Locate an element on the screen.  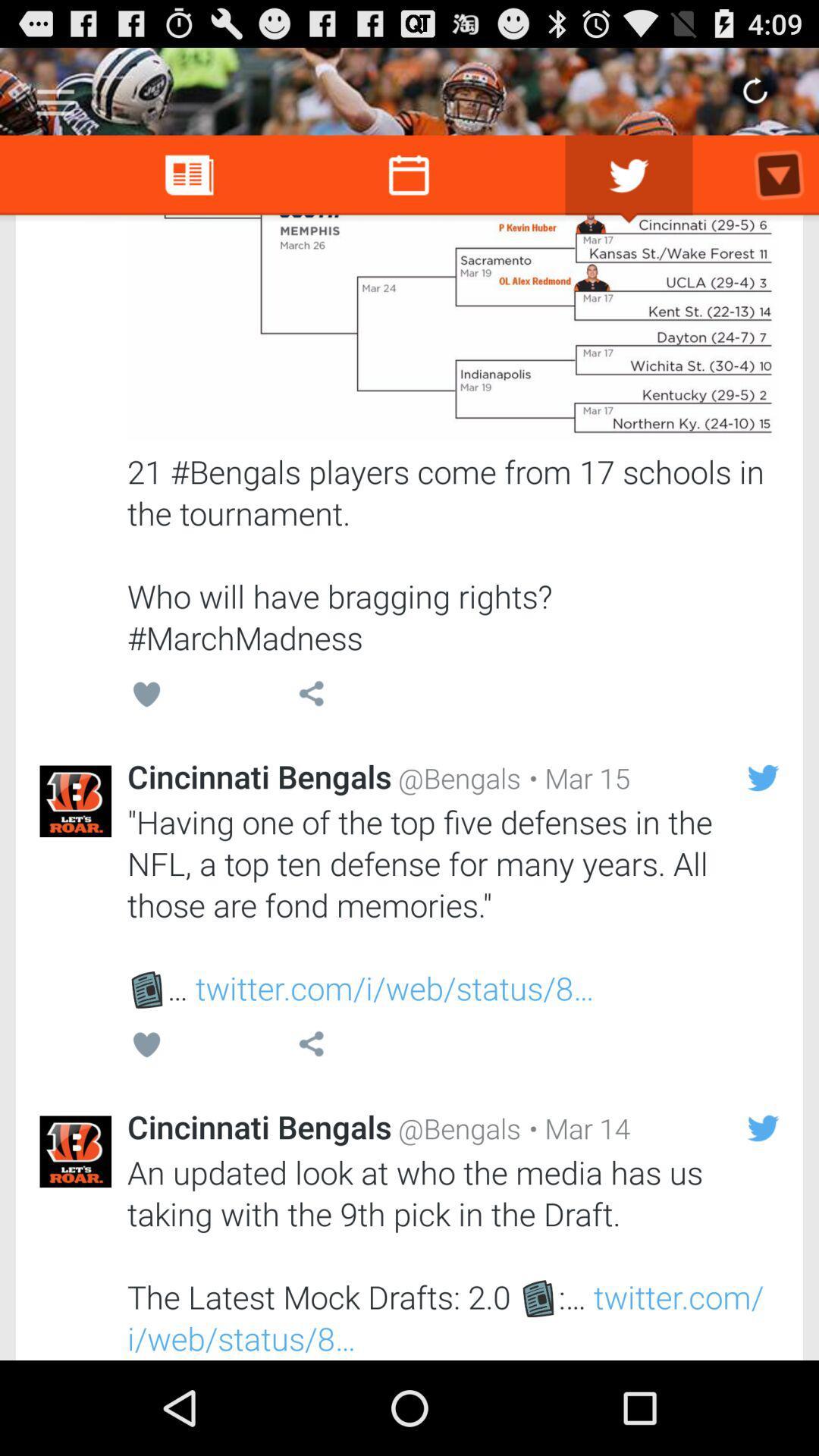
the having one of item is located at coordinates (452, 905).